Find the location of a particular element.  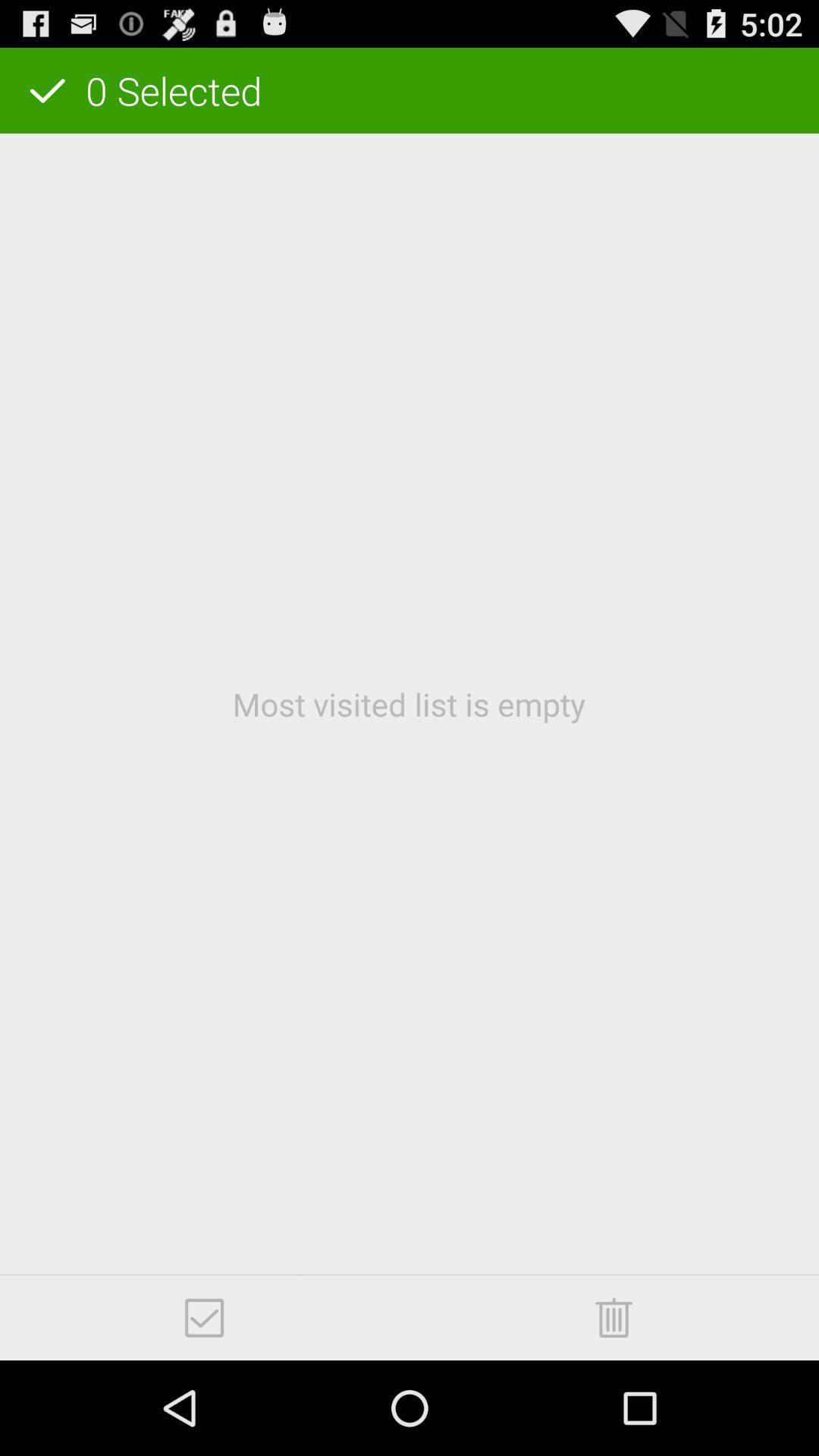

delete is located at coordinates (613, 1316).